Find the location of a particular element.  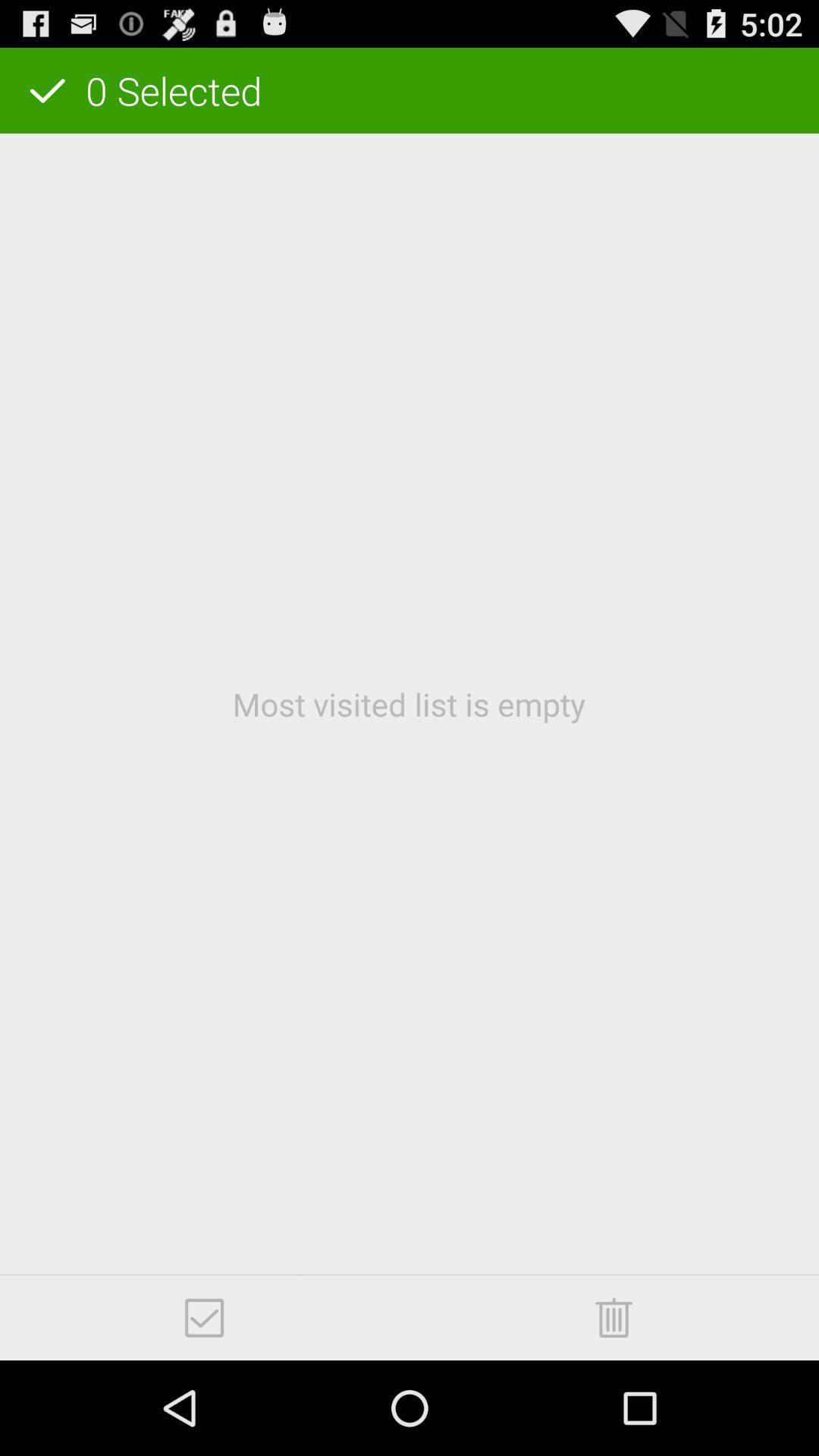

delete is located at coordinates (613, 1316).